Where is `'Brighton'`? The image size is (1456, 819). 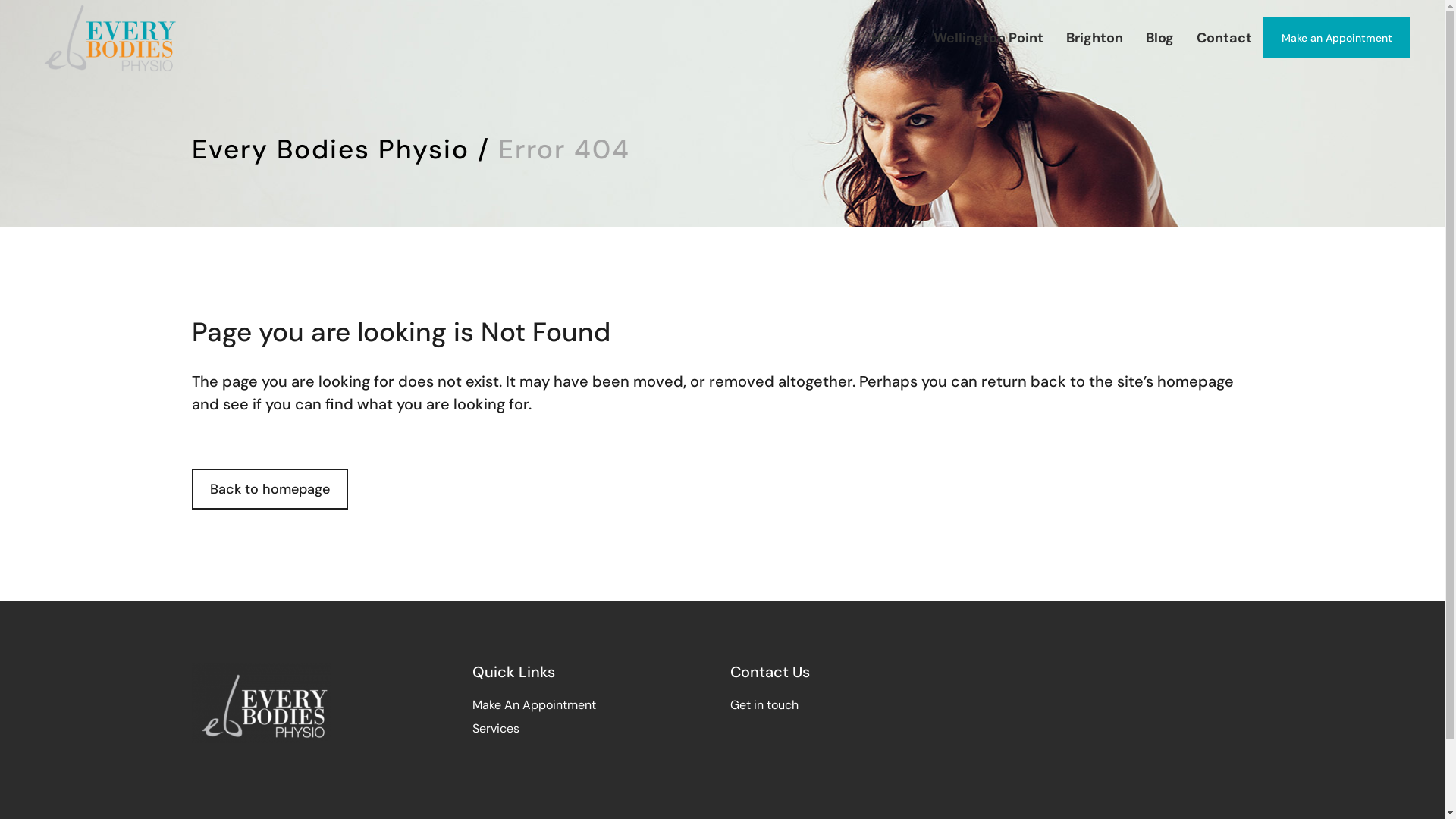 'Brighton' is located at coordinates (1054, 37).